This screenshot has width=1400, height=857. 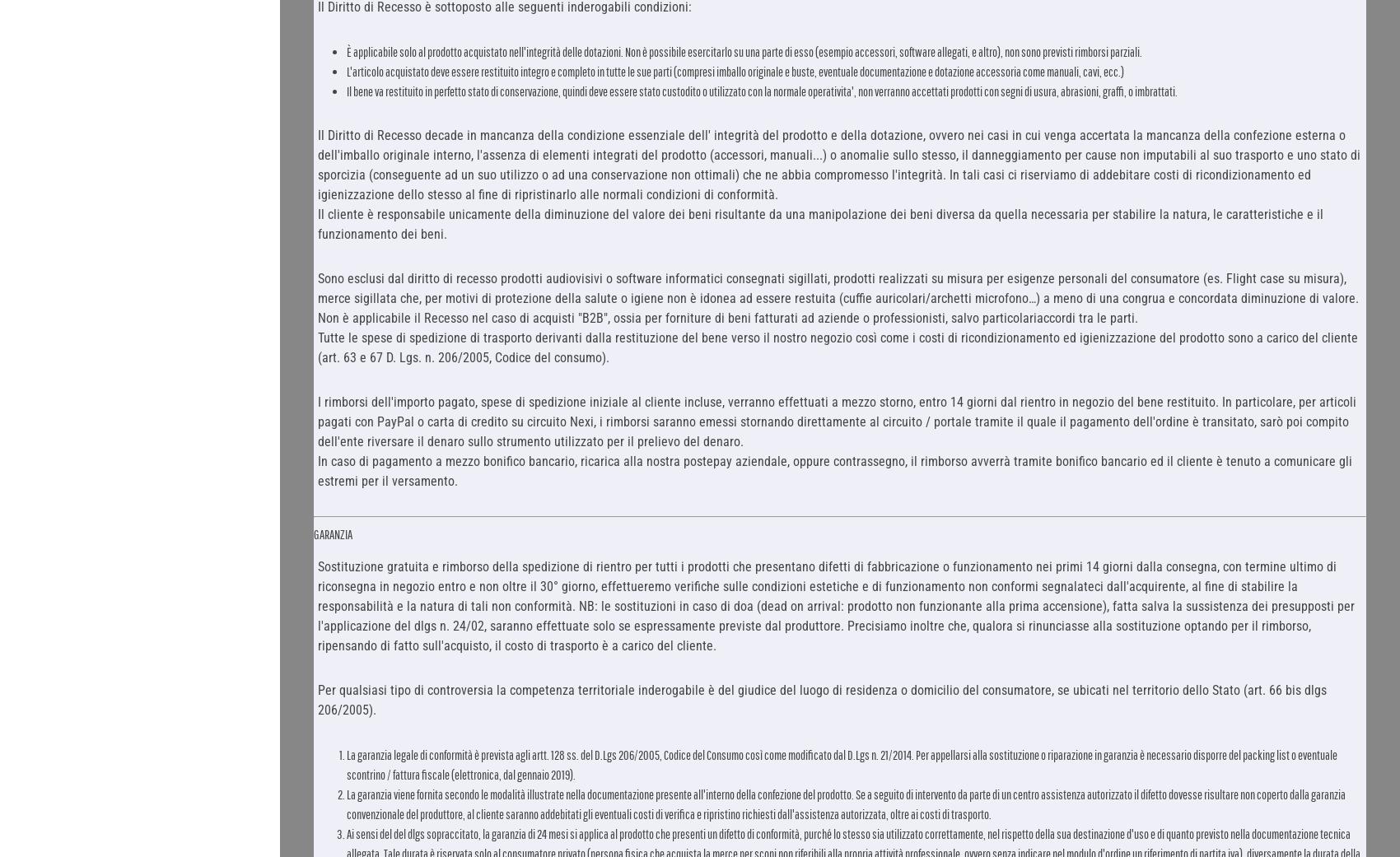 What do you see at coordinates (316, 698) in the screenshot?
I see `'Per qualsiasi tipo di controversia la competenza territoriale inderogabile è del giudice del luogo di residenza o domicilio del consumatore, se ubicati nel territorio dello Stato (art. 66 bis dlgs 206/2005).'` at bounding box center [316, 698].